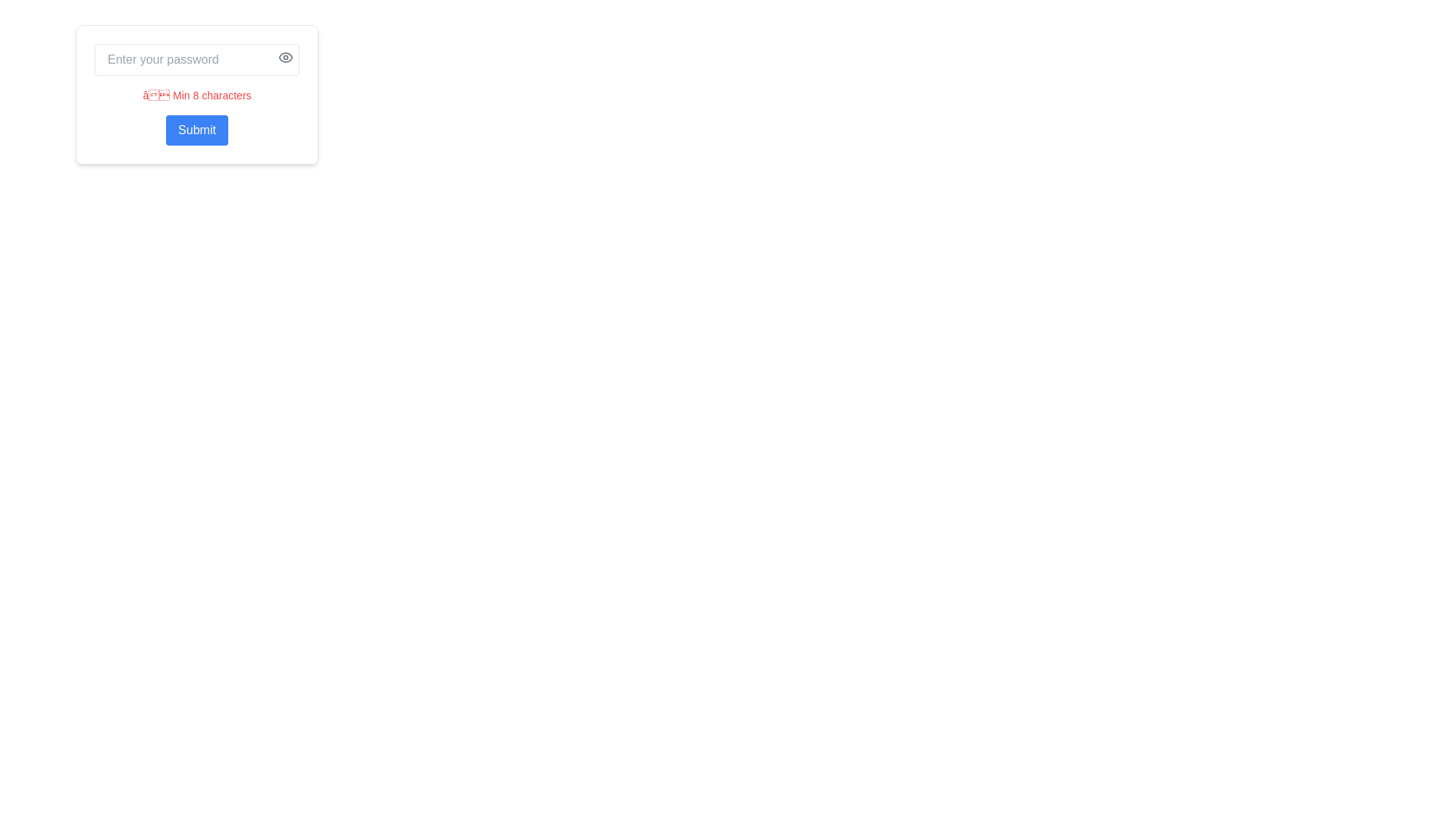 The width and height of the screenshot is (1456, 819). What do you see at coordinates (286, 57) in the screenshot?
I see `the visibility toggle icon located within the password input area, aligned to the right side of the text field` at bounding box center [286, 57].